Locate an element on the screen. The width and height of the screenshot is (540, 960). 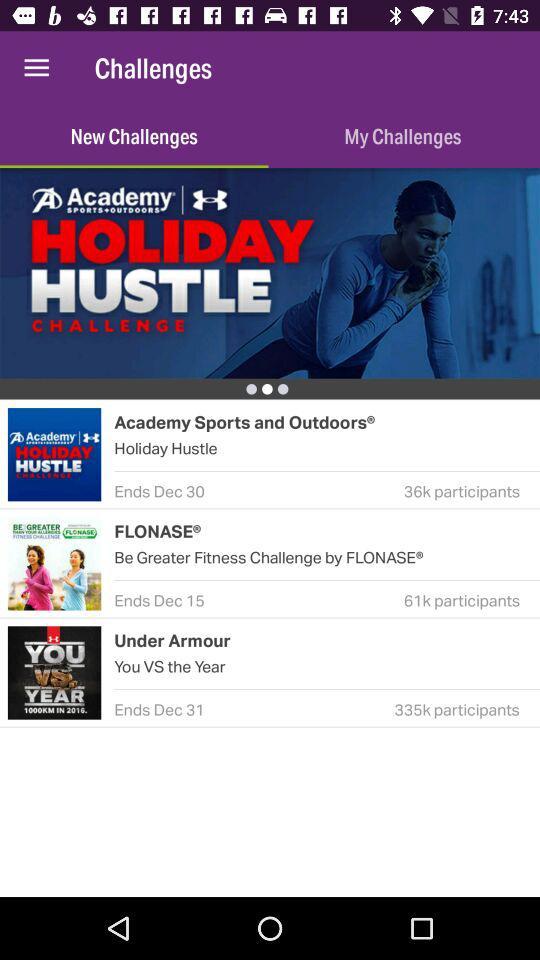
to display banner is located at coordinates (270, 272).